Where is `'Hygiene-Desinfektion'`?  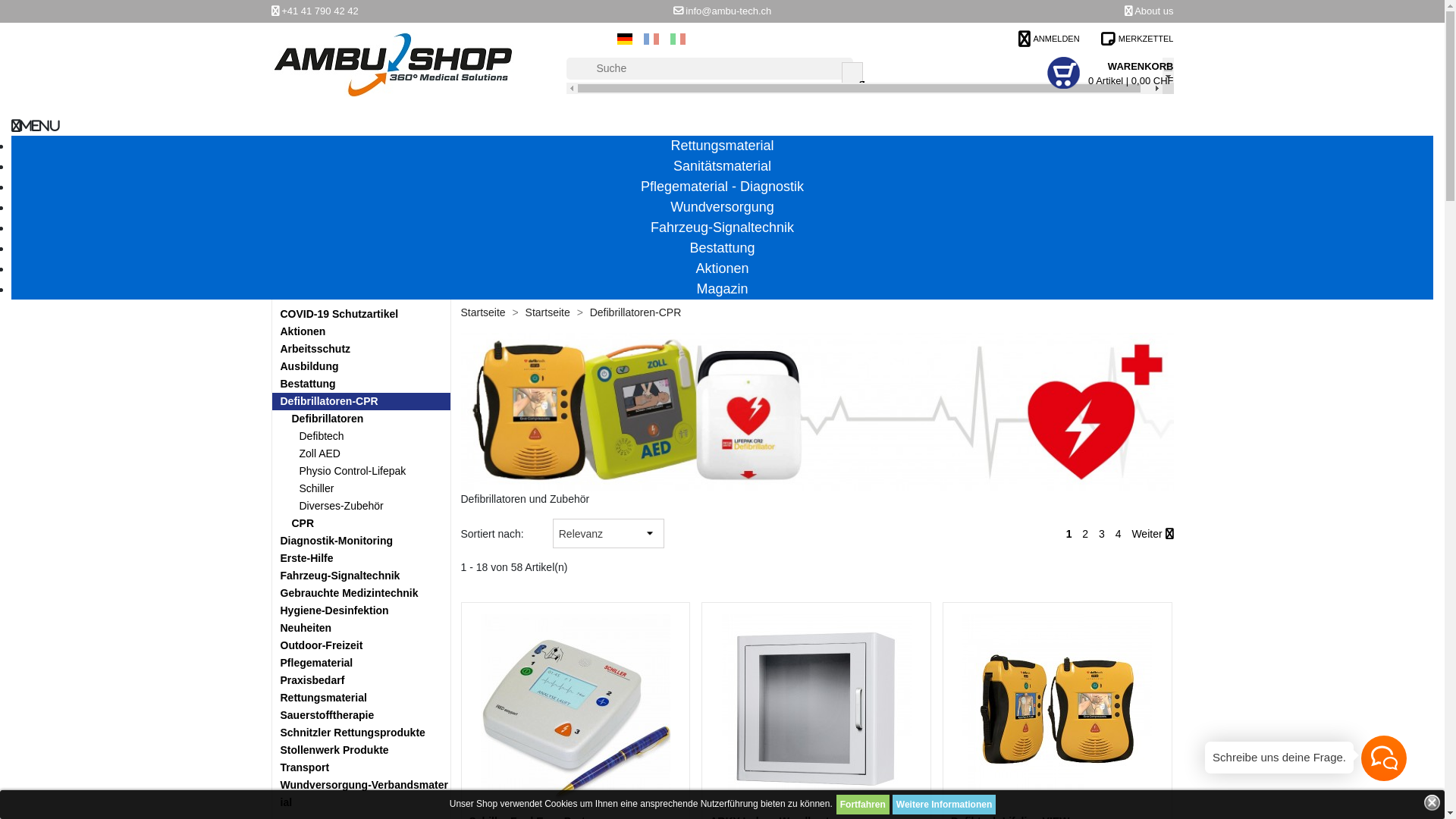 'Hygiene-Desinfektion' is located at coordinates (359, 610).